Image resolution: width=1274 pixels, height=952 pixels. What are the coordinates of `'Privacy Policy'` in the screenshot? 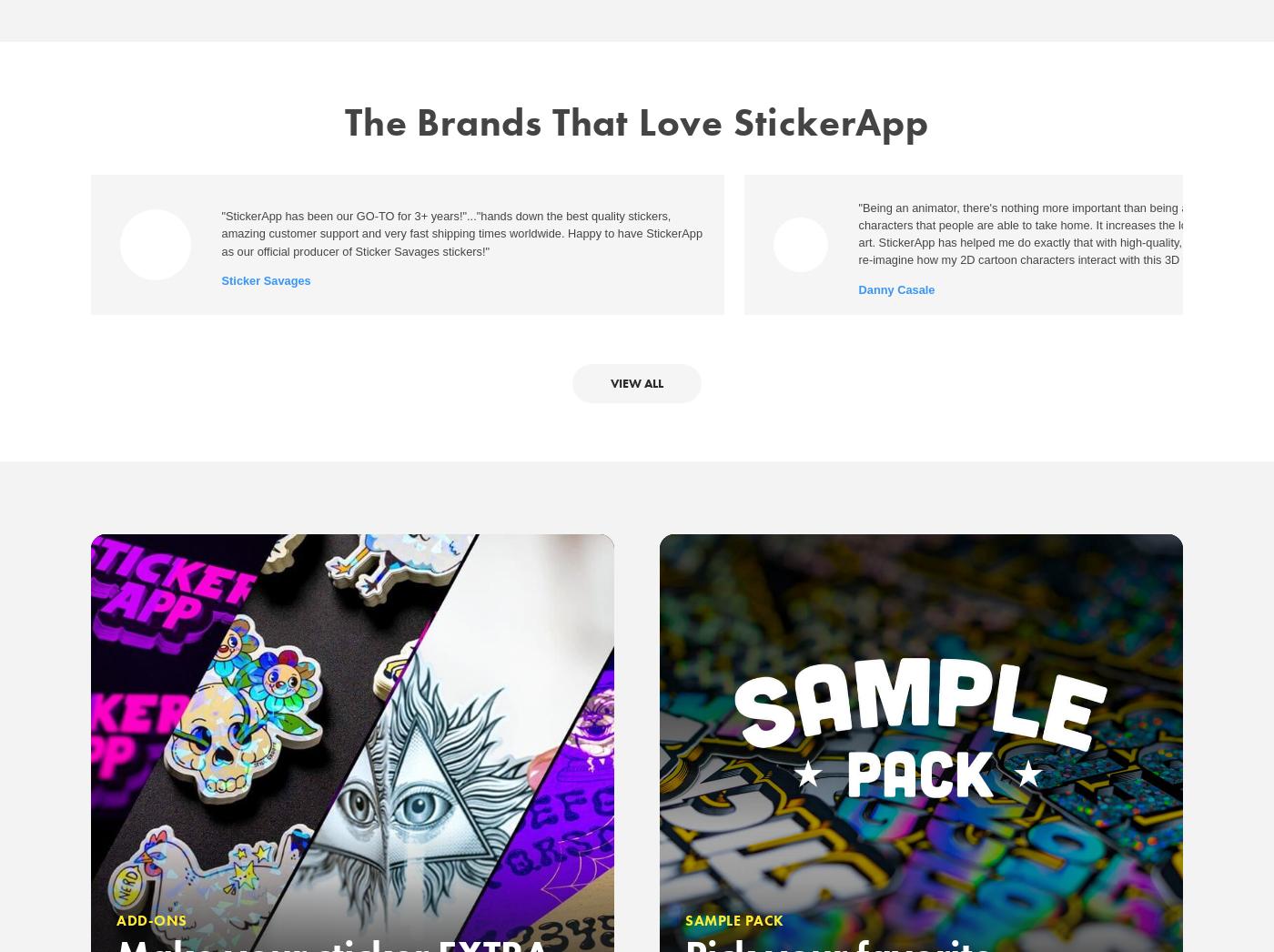 It's located at (667, 370).